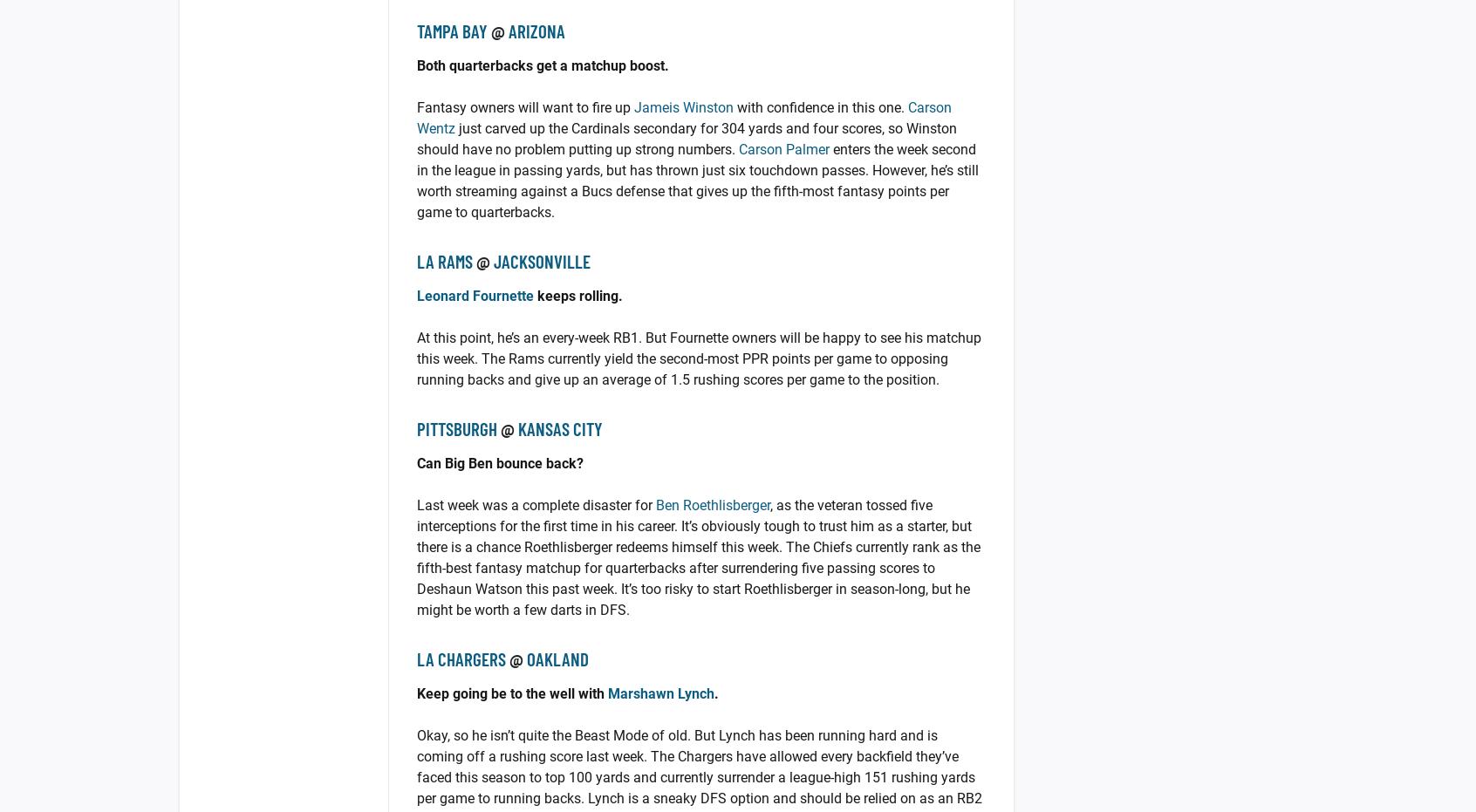 The height and width of the screenshot is (812, 1476). Describe the element at coordinates (560, 428) in the screenshot. I see `'Kansas City'` at that location.